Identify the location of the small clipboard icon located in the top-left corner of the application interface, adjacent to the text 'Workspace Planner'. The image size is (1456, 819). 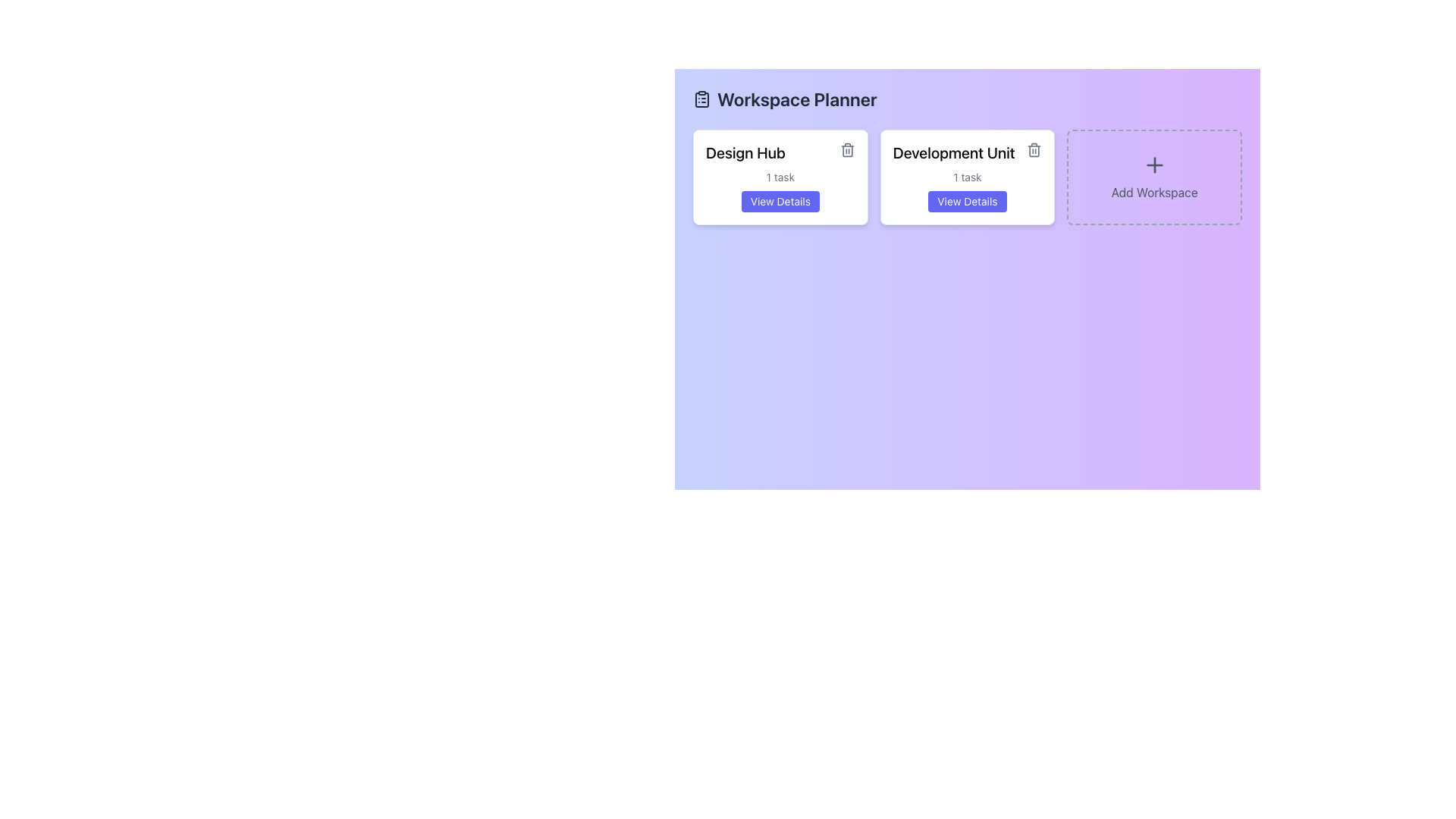
(701, 99).